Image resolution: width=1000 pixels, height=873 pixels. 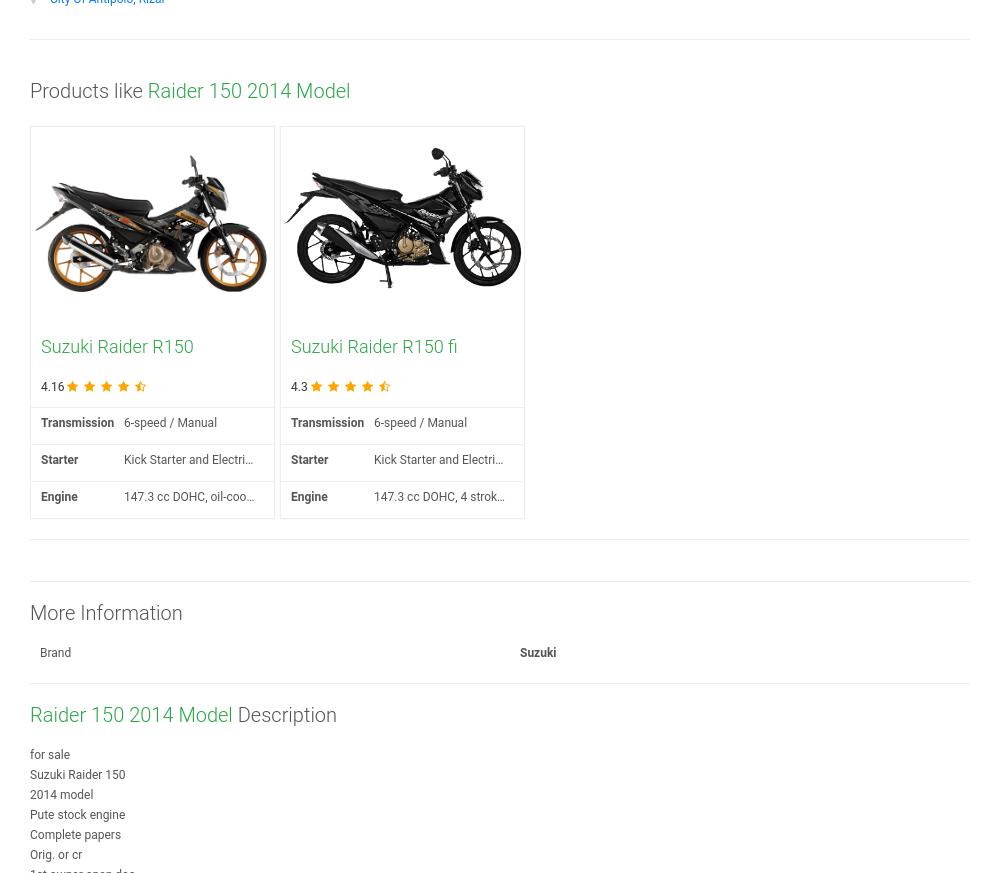 I want to click on 'Suzuki Raider 150', so click(x=30, y=773).